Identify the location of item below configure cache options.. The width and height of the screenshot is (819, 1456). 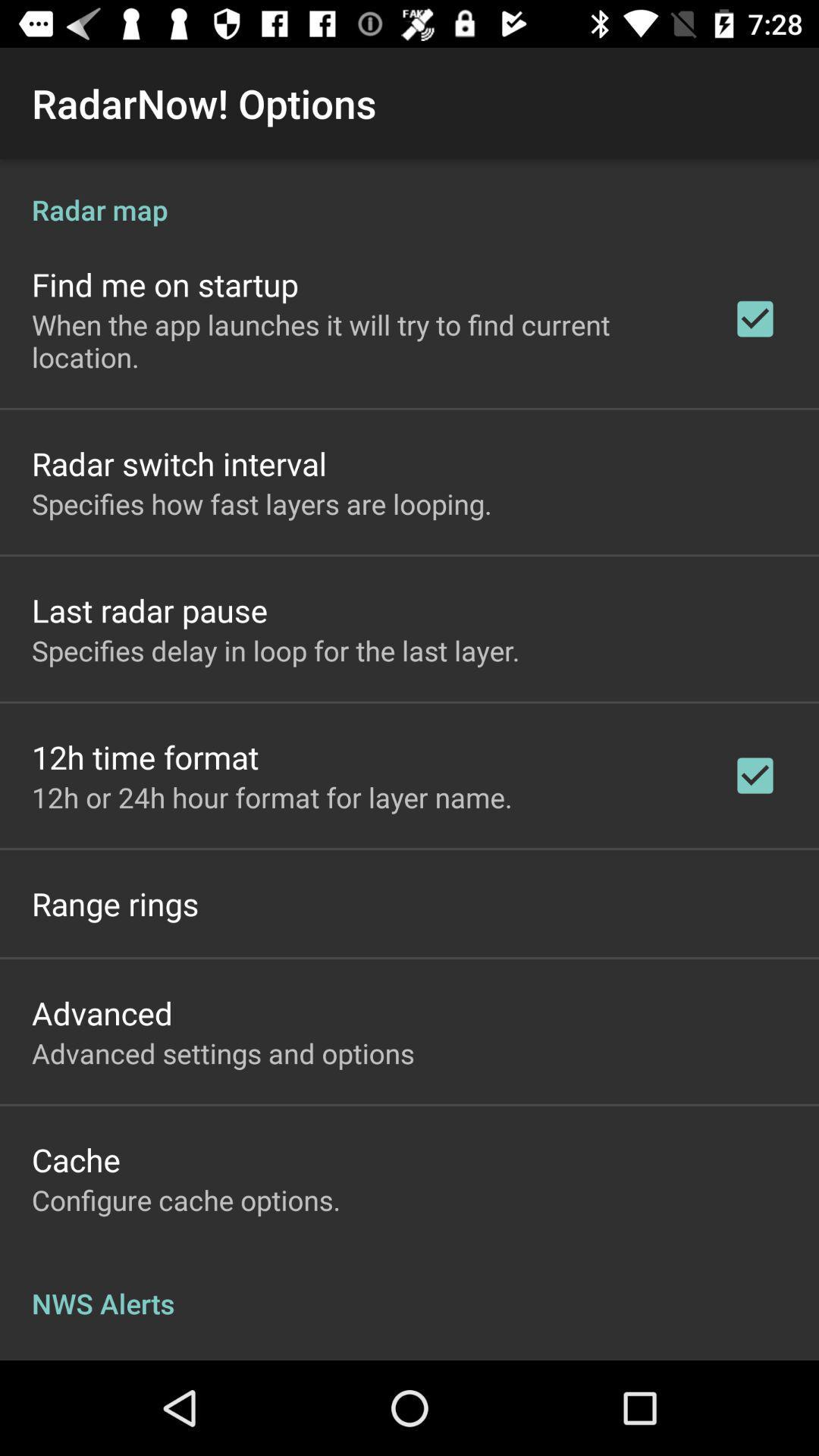
(409, 1287).